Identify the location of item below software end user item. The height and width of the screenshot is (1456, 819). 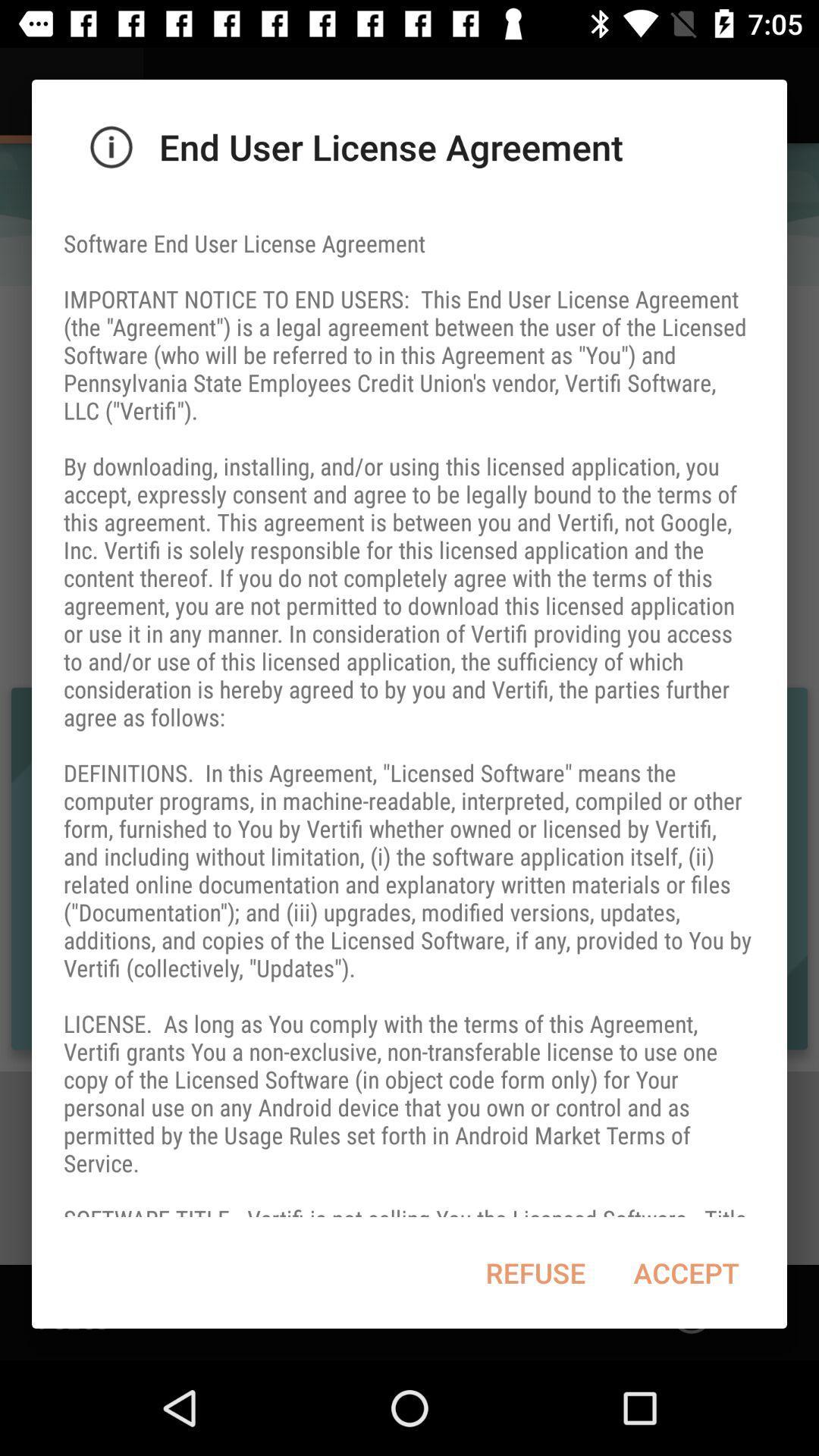
(535, 1272).